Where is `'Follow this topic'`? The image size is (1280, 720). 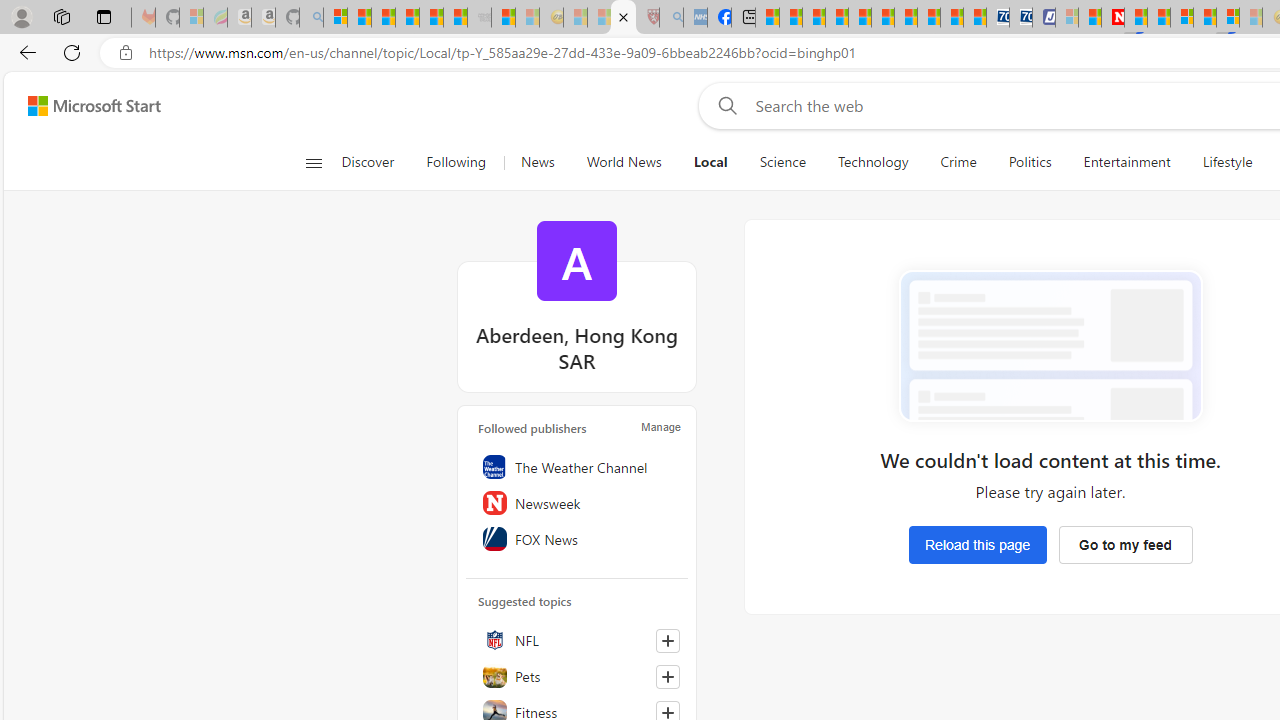
'Follow this topic' is located at coordinates (667, 676).